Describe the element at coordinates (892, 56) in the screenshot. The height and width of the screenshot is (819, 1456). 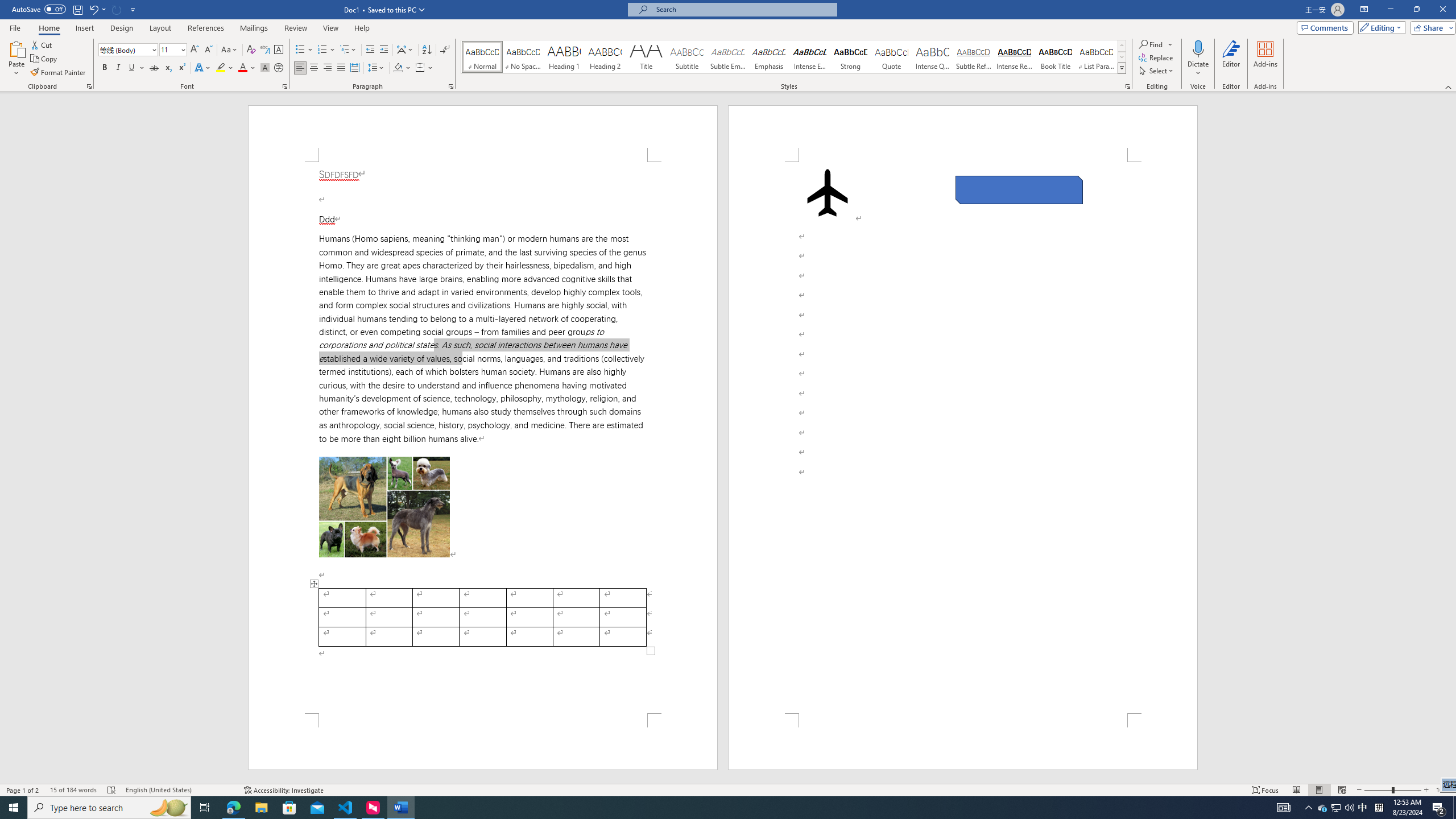
I see `'Quote'` at that location.